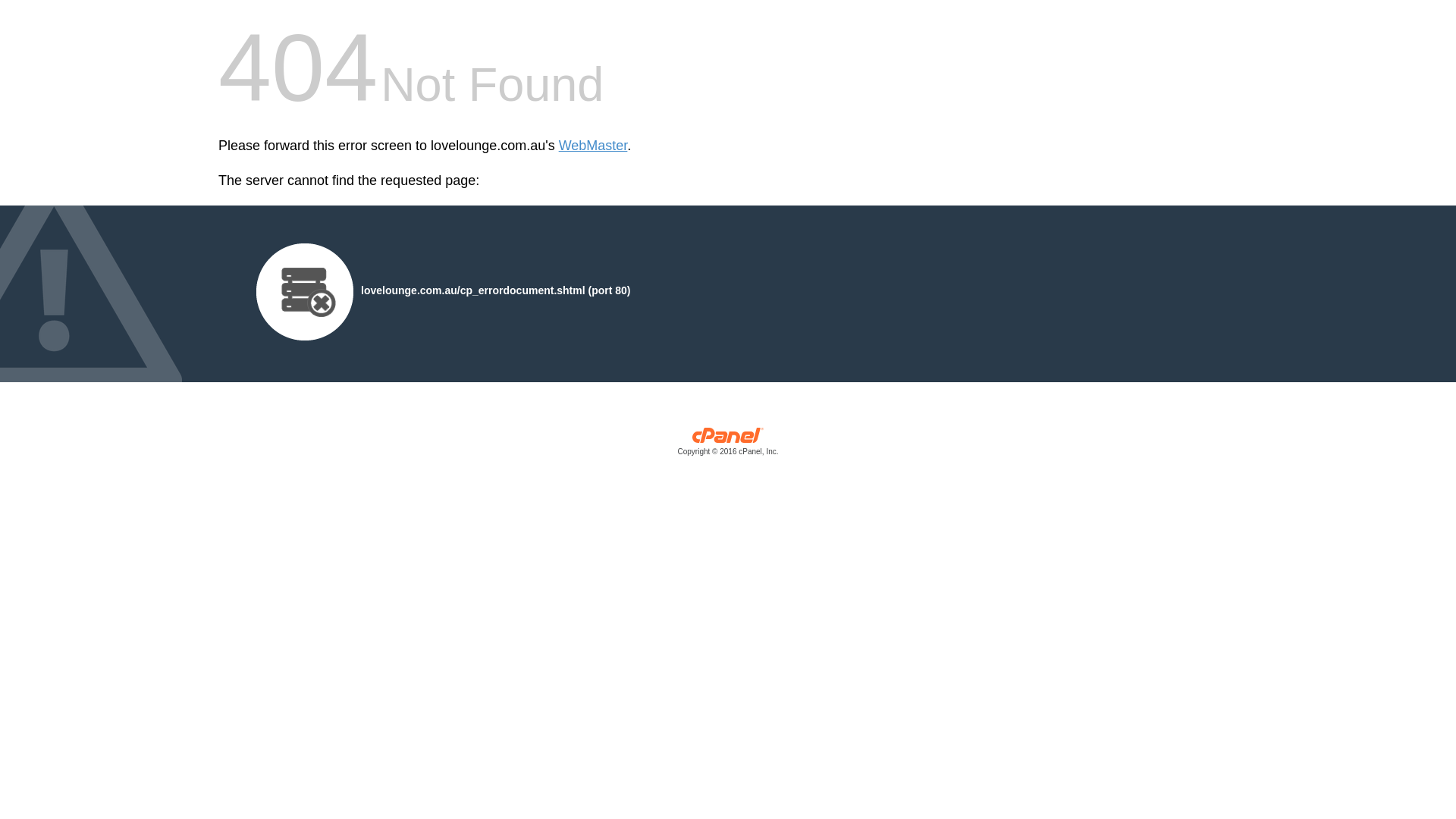  What do you see at coordinates (558, 146) in the screenshot?
I see `'WebMaster'` at bounding box center [558, 146].